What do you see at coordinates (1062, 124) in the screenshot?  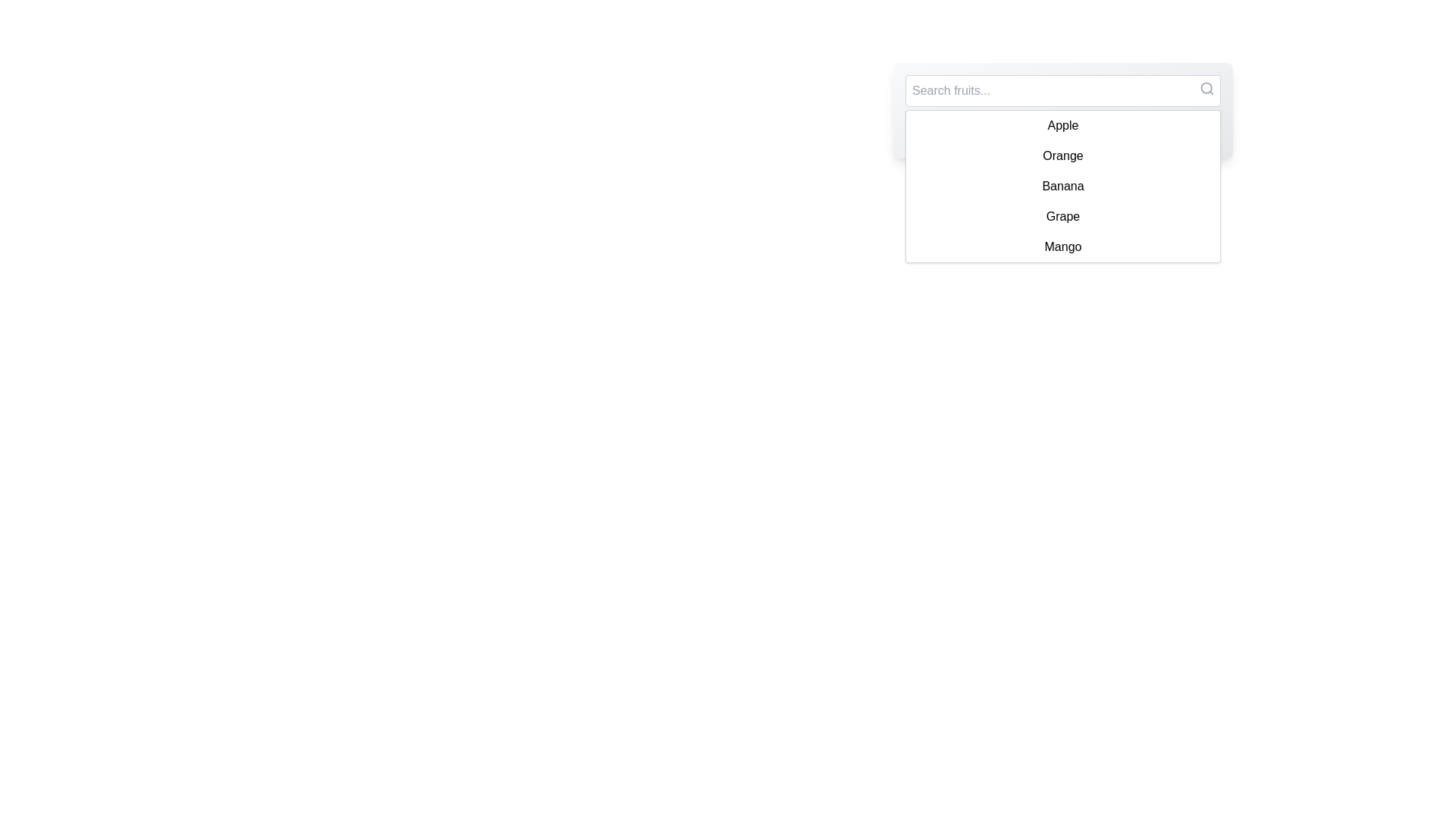 I see `the first item in the dropdown list under the search input box to trigger a visual effect` at bounding box center [1062, 124].